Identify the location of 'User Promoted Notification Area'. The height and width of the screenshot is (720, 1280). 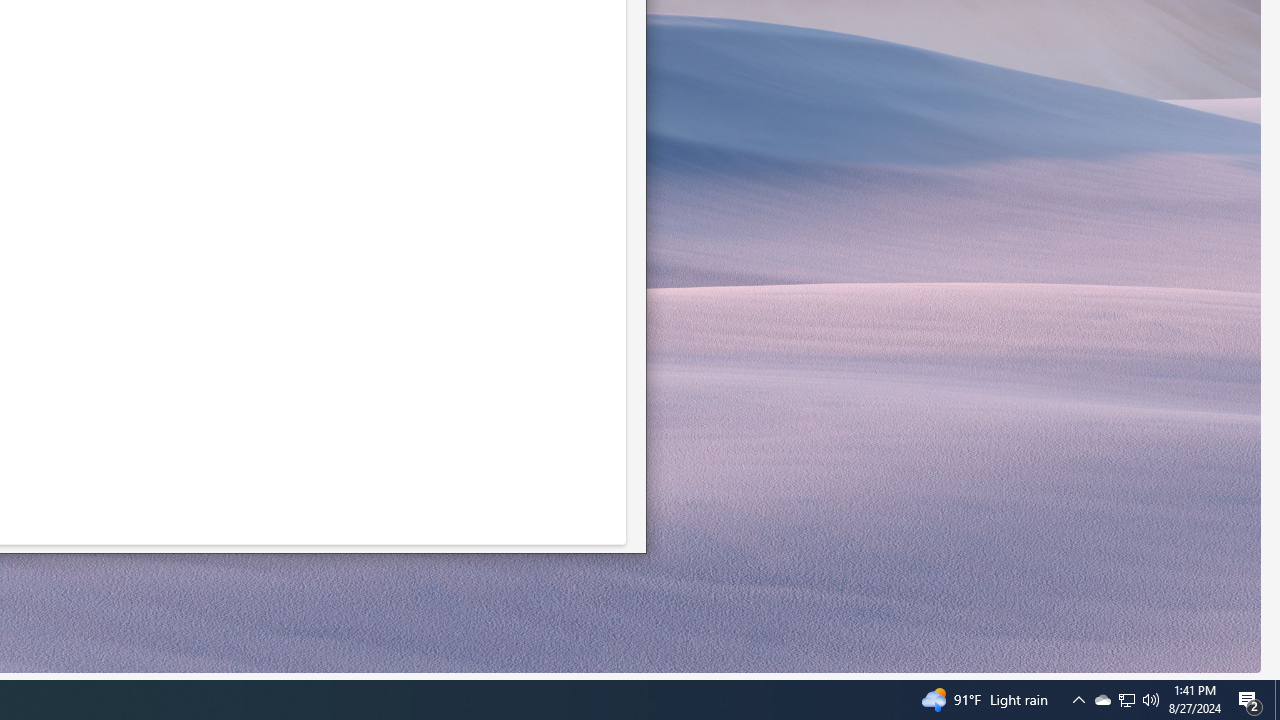
(1078, 698).